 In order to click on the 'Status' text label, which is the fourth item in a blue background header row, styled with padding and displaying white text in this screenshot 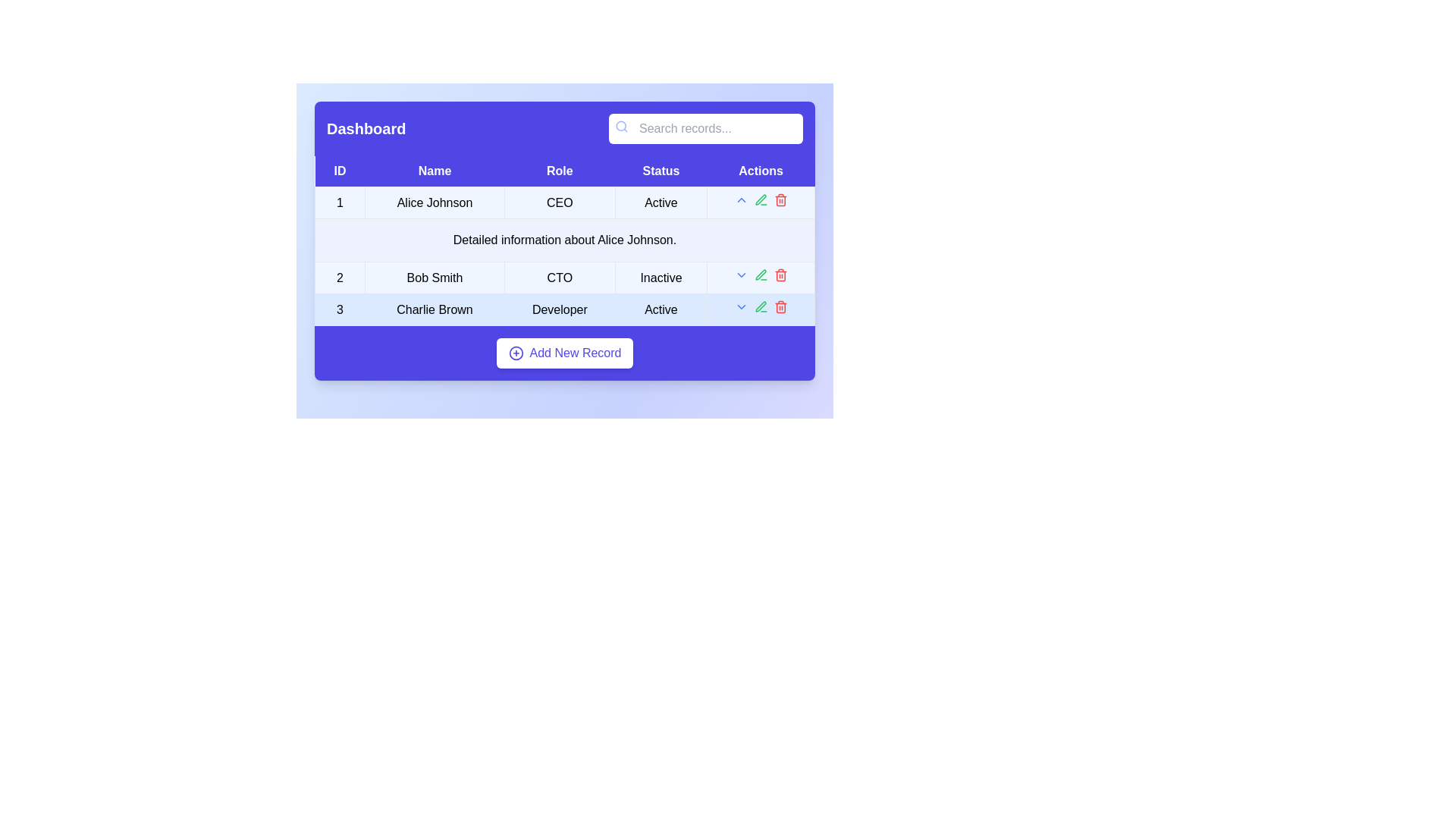, I will do `click(661, 171)`.